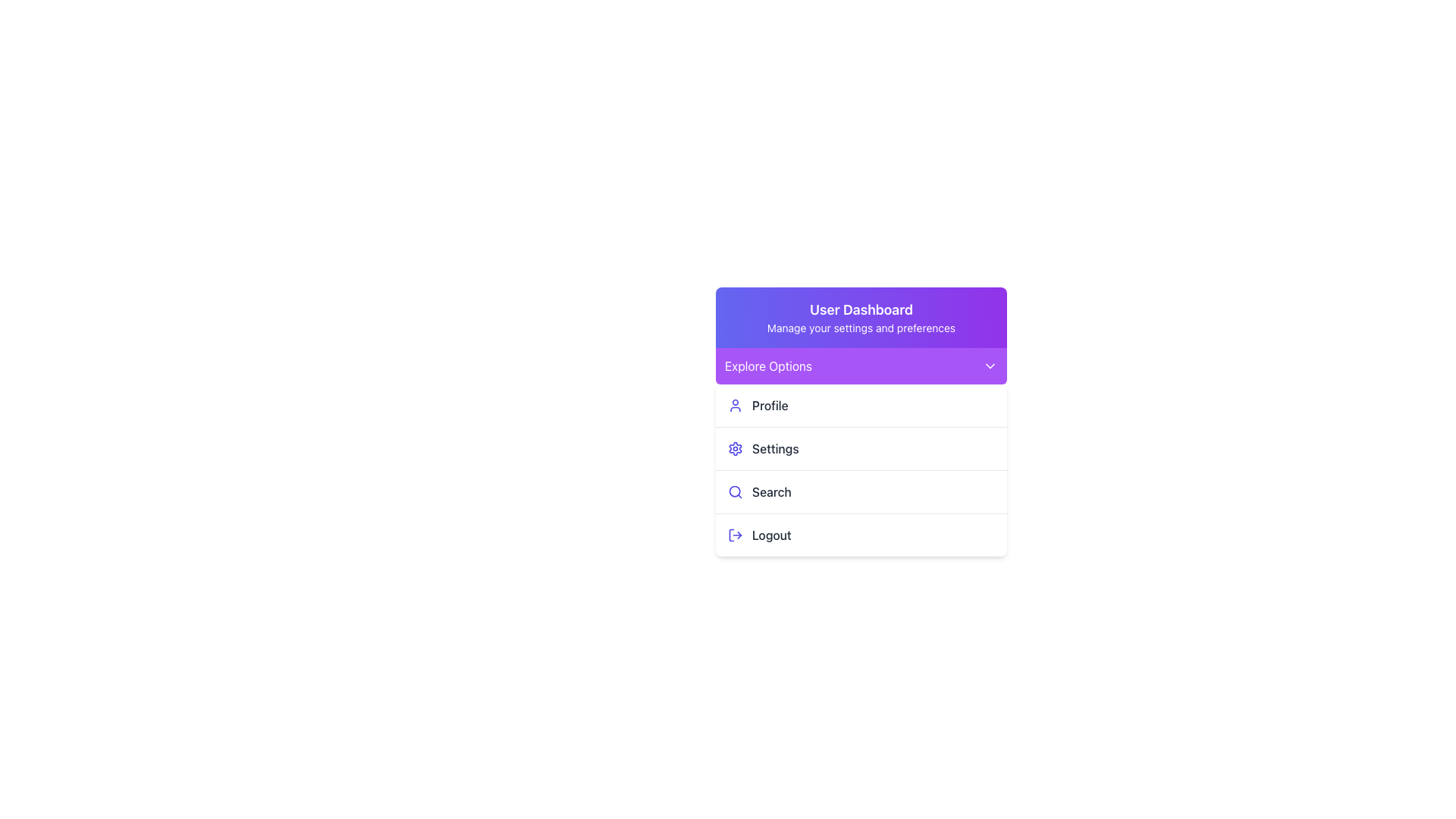  What do you see at coordinates (861, 534) in the screenshot?
I see `the logout button located at the bottom of the vertical list of elements including 'Profile', 'Settings', 'Search', and 'Logout' to sign out the user from the application` at bounding box center [861, 534].